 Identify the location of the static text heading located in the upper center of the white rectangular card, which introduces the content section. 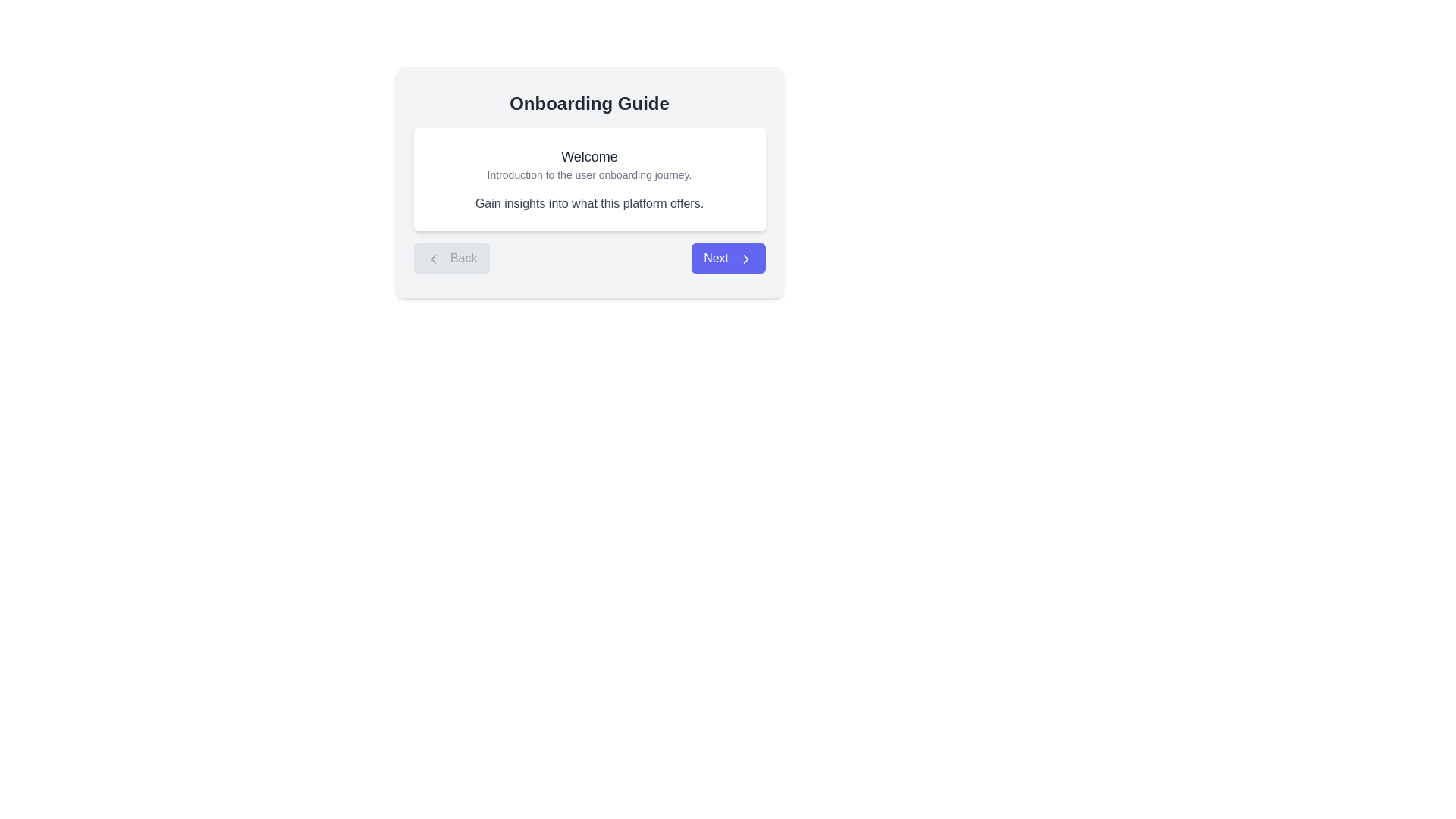
(588, 157).